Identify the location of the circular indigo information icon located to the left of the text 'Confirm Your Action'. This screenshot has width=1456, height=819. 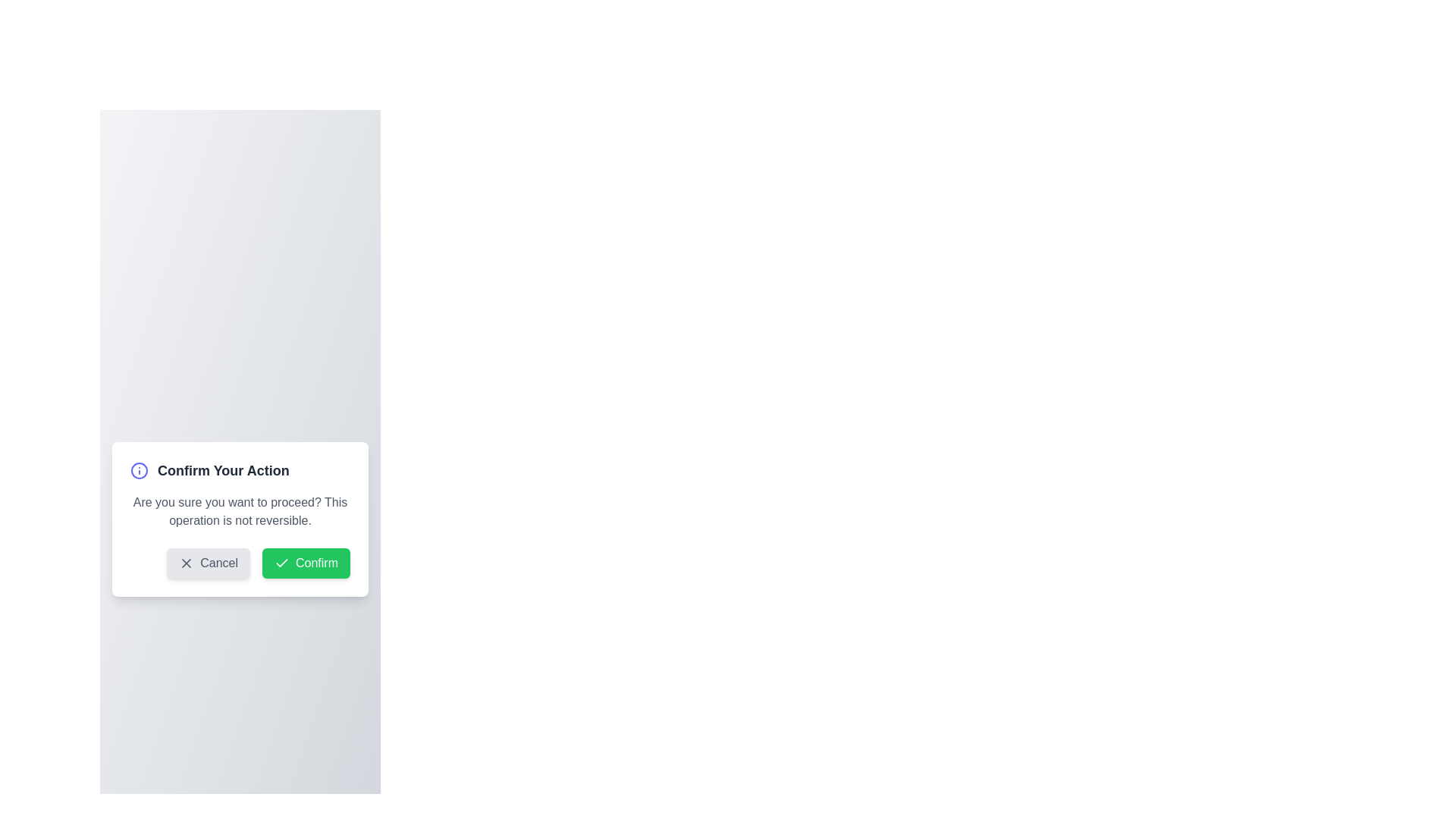
(139, 470).